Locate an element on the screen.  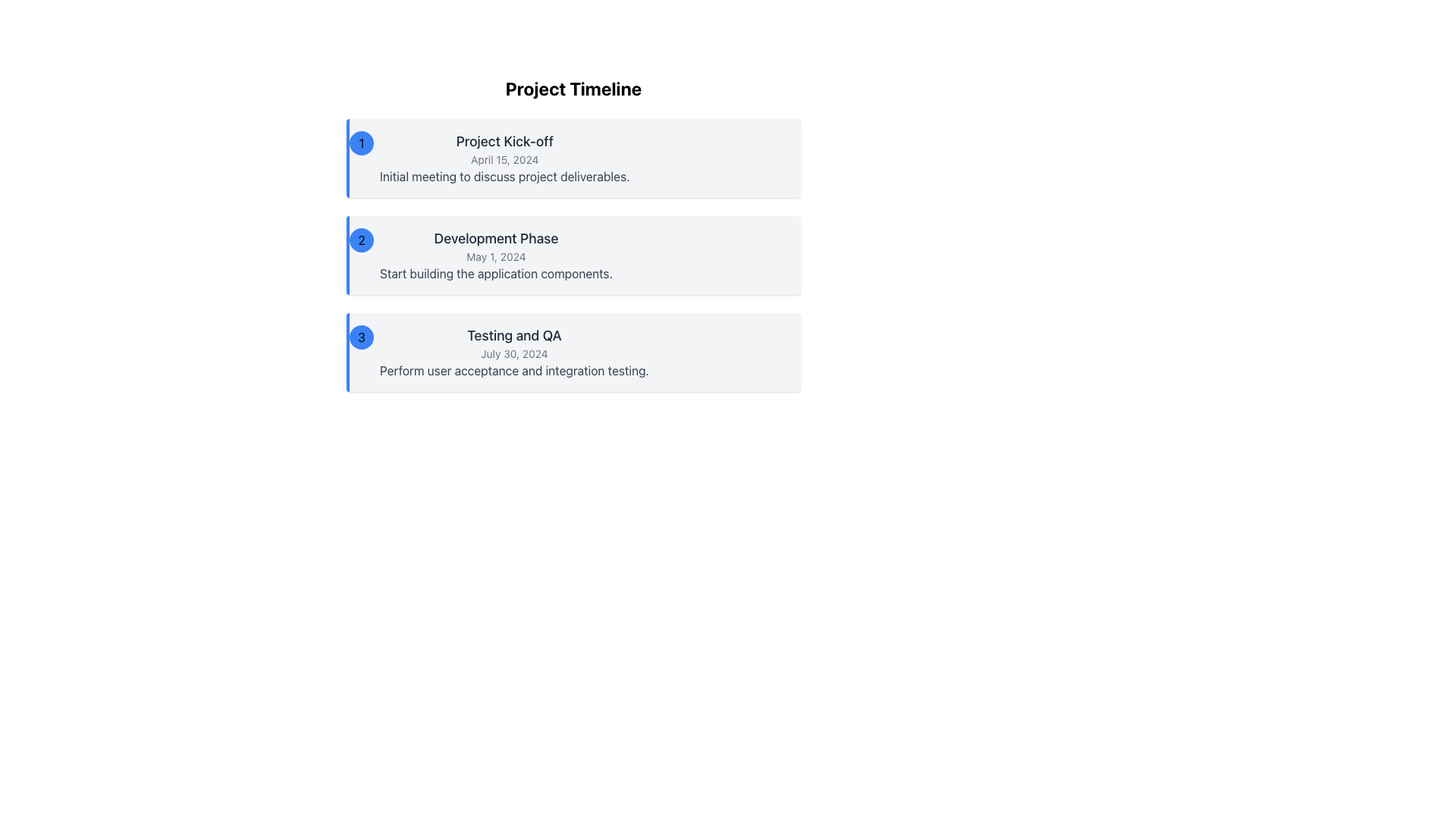
the Text Label that indicates the scheduled date for the project kick-off meeting, positioned below the 'Project Kick-off' heading and above the text 'Initial meeting to discuss project deliverables' is located at coordinates (504, 160).